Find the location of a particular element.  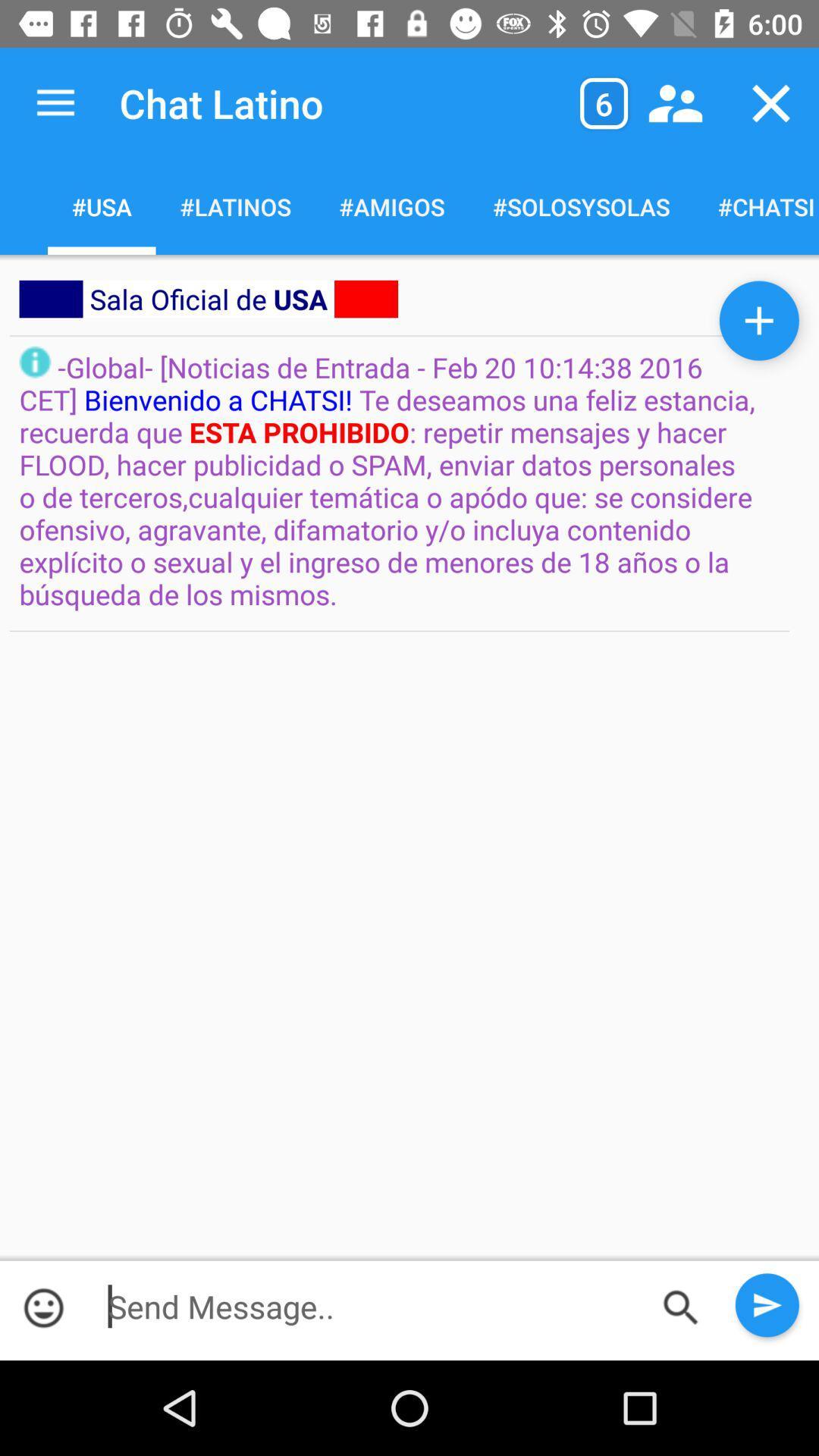

the item next to the 6 item is located at coordinates (675, 102).